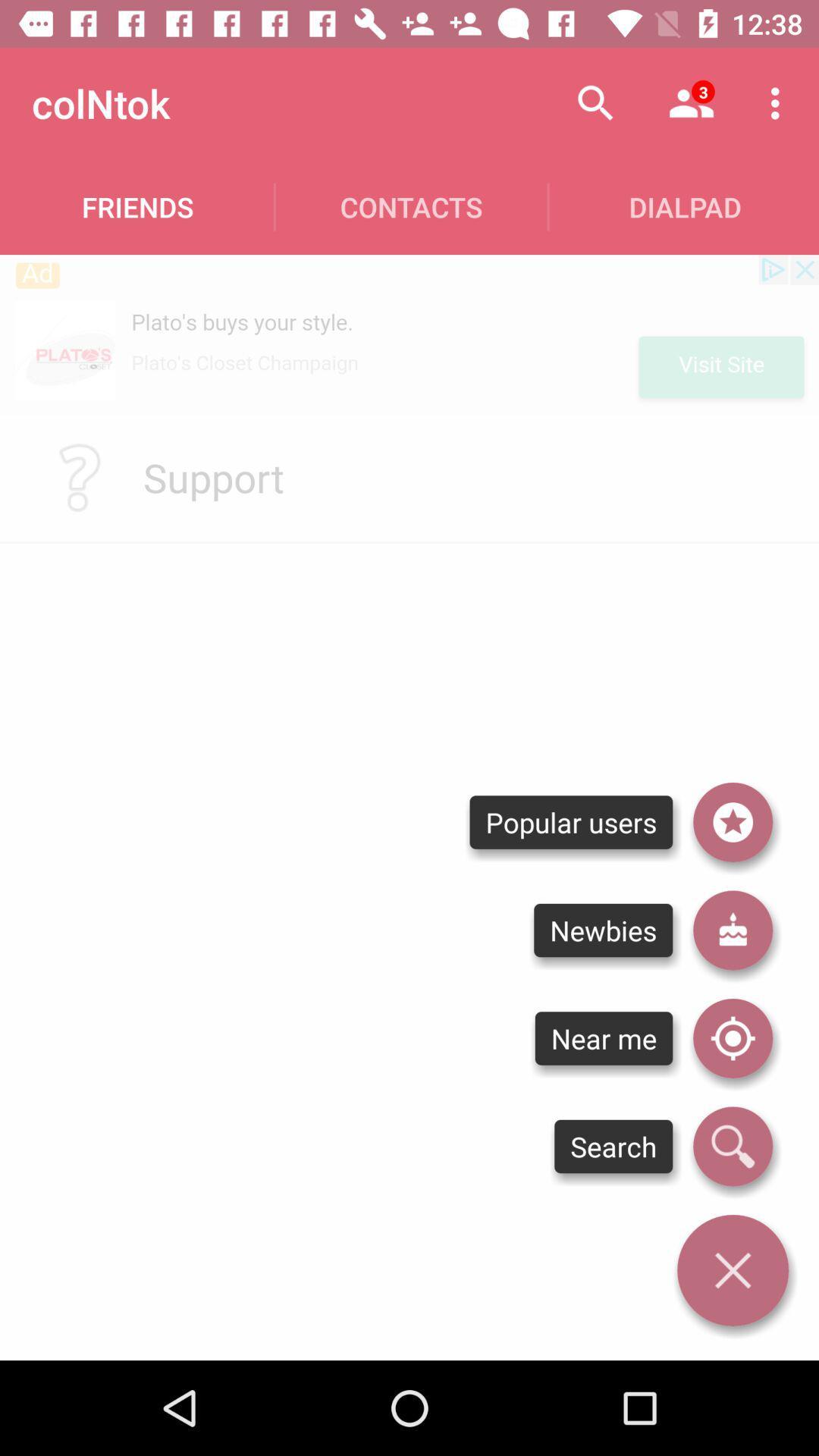  I want to click on list, so click(732, 821).